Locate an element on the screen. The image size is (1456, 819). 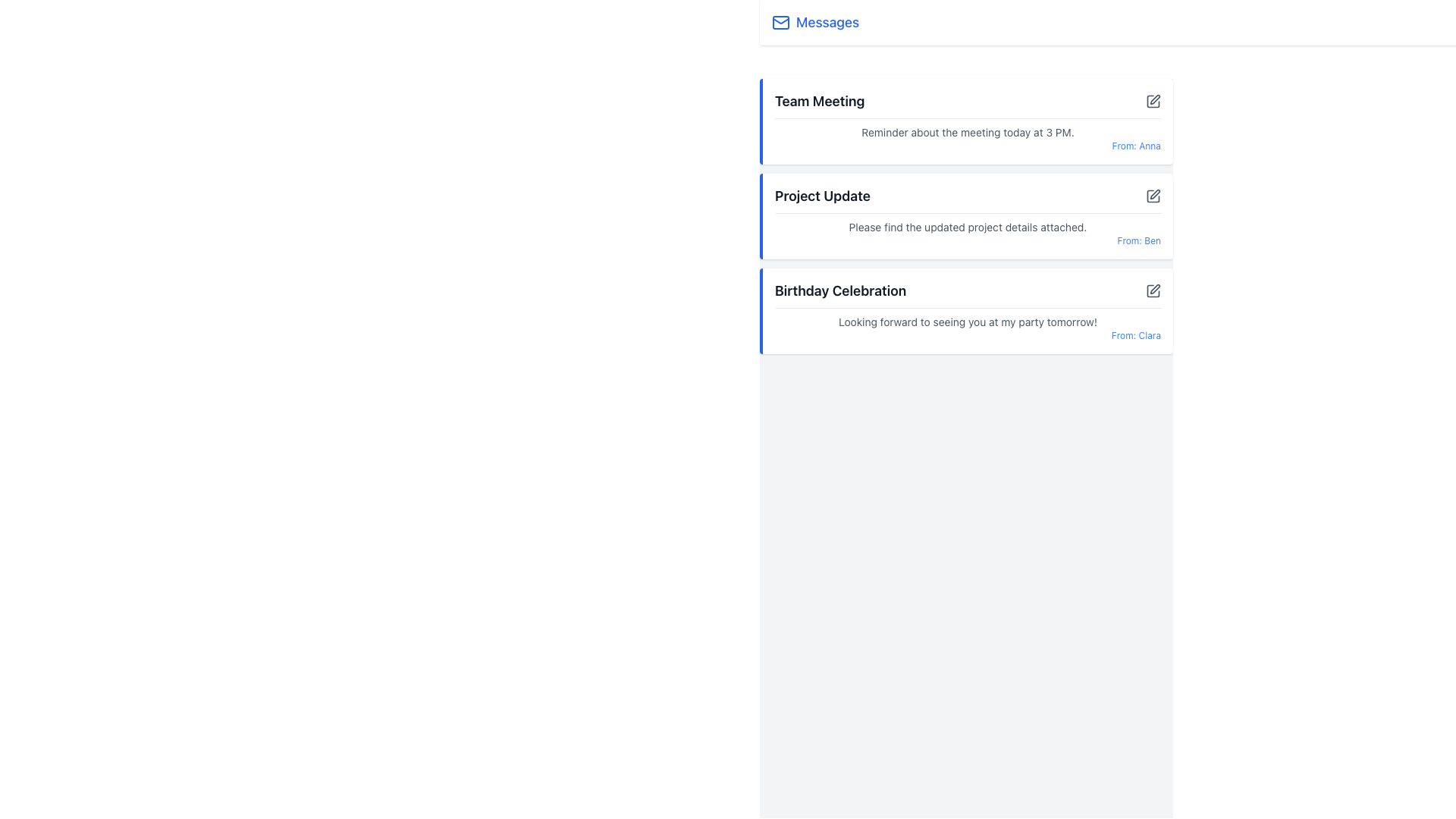
text label 'Team Meeting' which is prominently displayed in a large, bold font at the top of a card-like section is located at coordinates (819, 102).